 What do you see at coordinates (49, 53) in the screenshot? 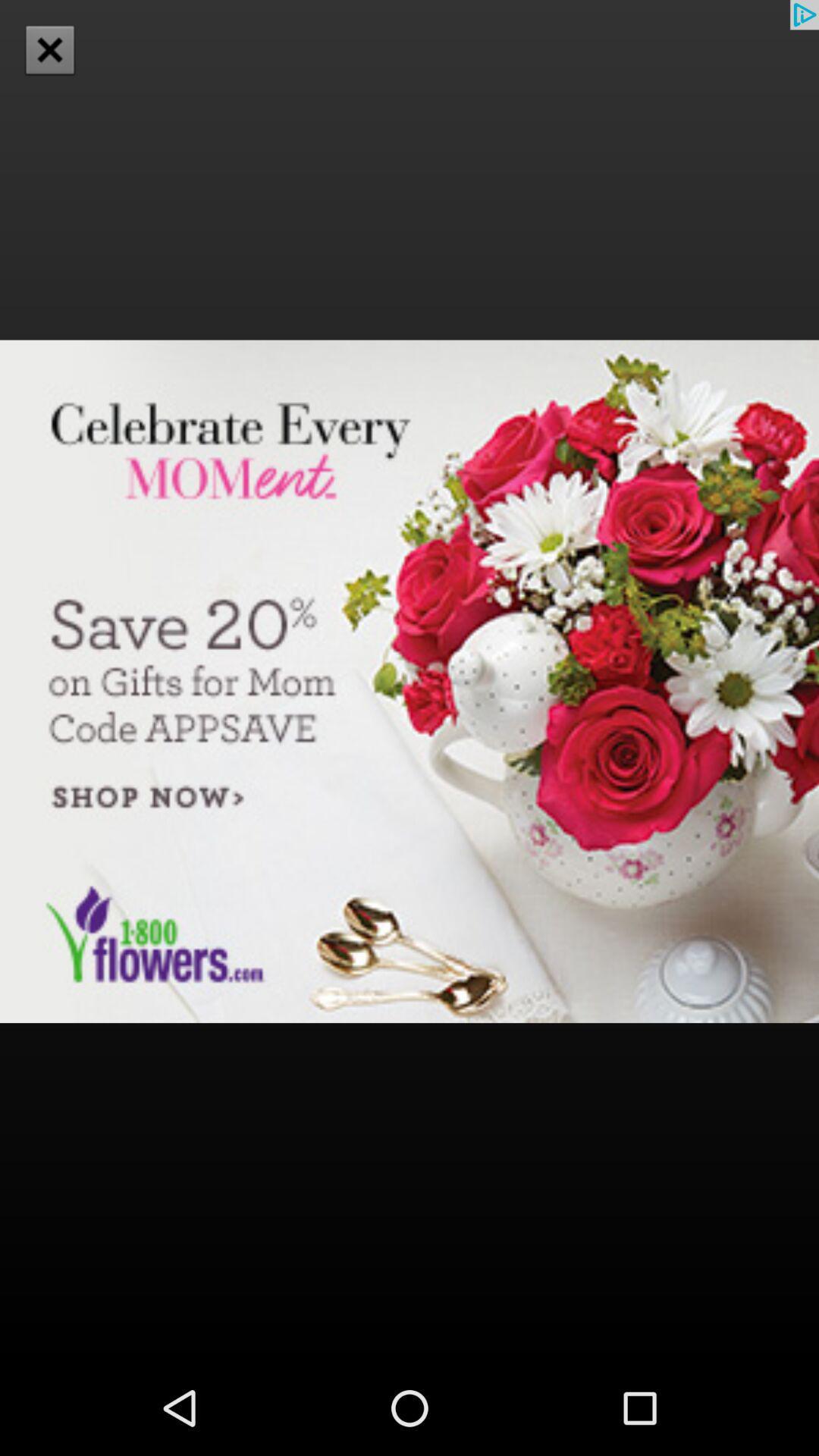
I see `the close icon` at bounding box center [49, 53].